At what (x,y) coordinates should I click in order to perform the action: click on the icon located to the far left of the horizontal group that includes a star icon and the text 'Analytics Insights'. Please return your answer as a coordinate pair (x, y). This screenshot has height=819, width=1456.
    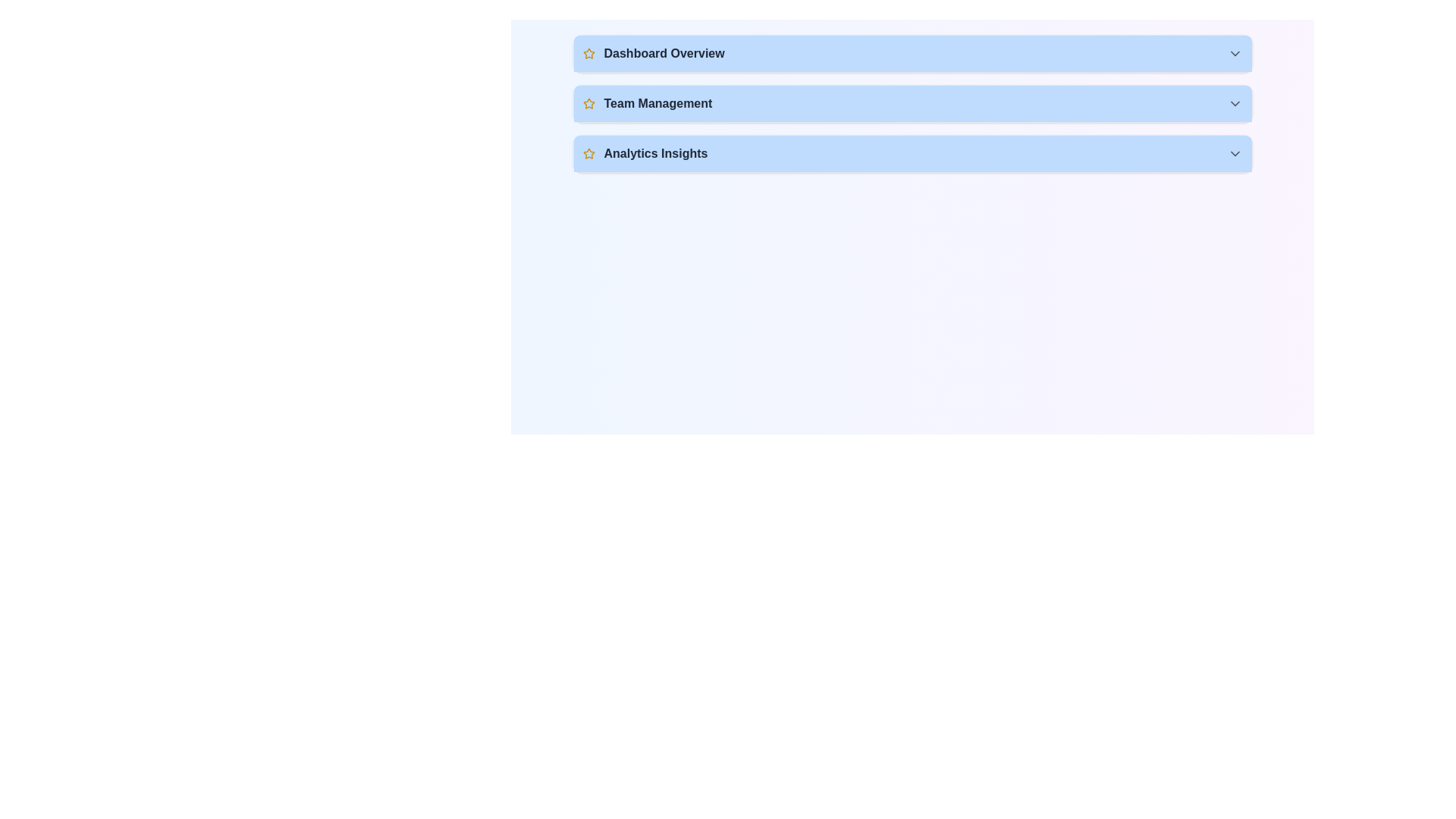
    Looking at the image, I should click on (588, 154).